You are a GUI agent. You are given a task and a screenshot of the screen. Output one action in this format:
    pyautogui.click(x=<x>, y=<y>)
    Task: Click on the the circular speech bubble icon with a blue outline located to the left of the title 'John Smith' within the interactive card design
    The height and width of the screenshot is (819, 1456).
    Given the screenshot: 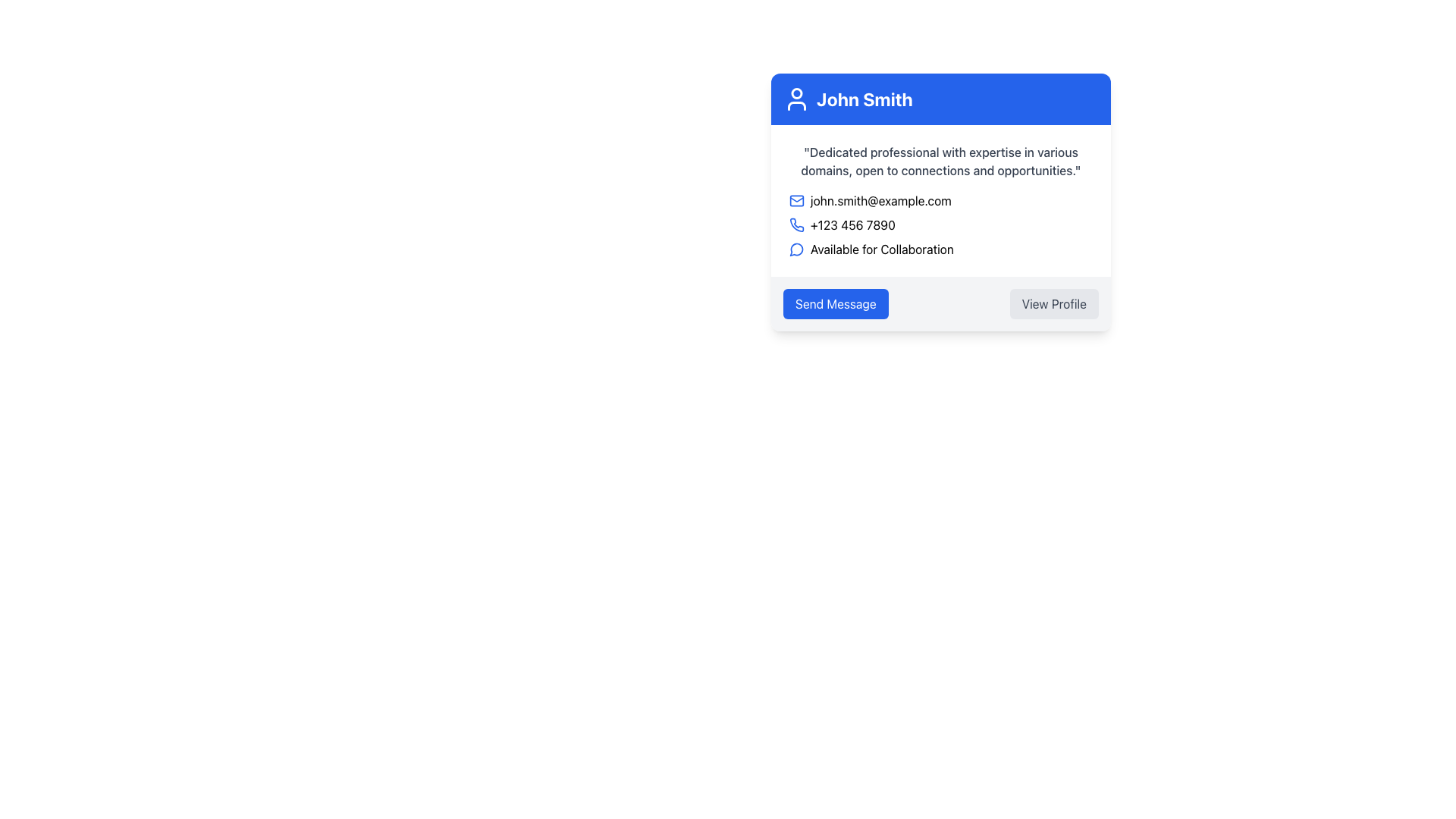 What is the action you would take?
    pyautogui.click(x=795, y=249)
    